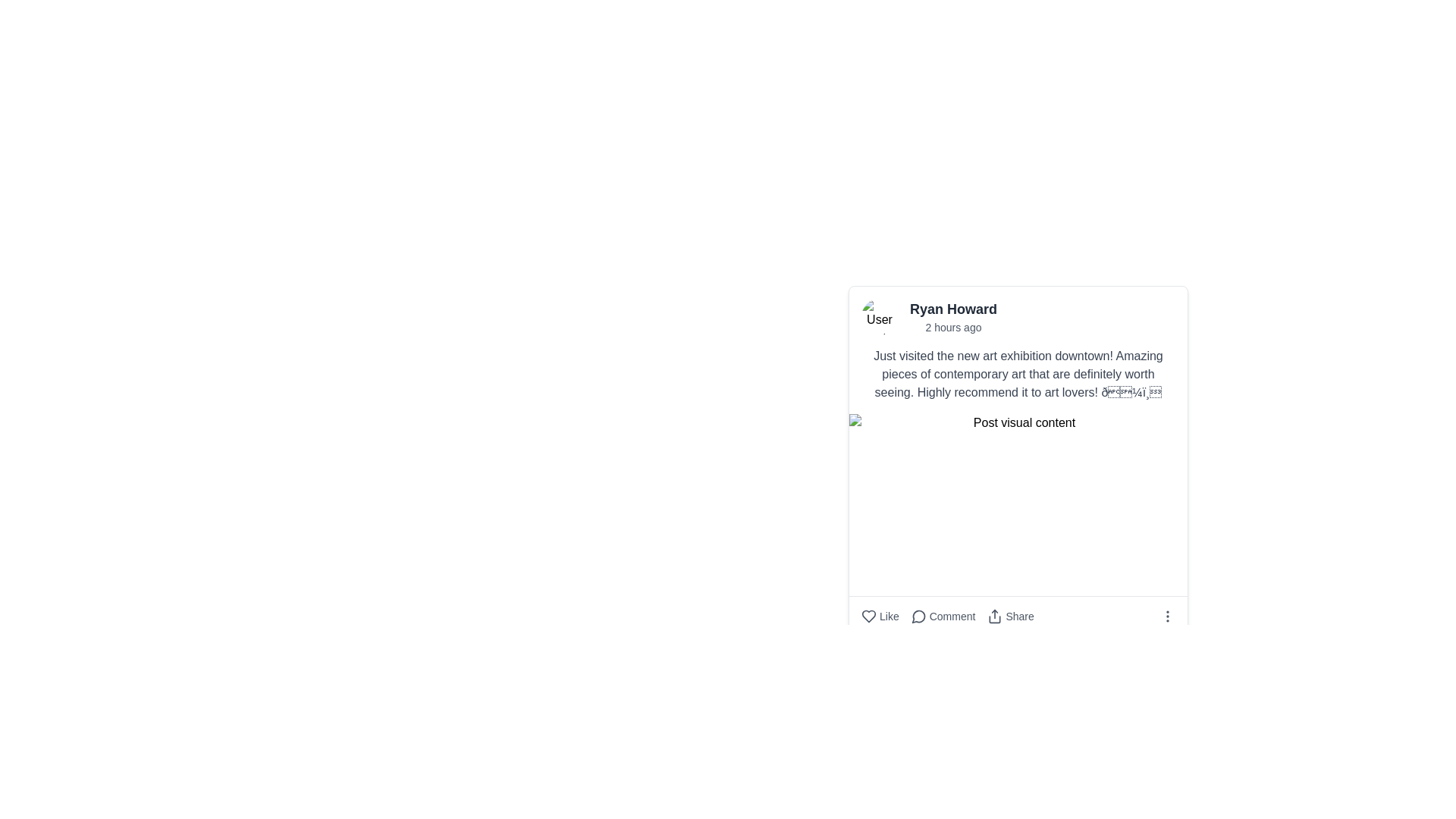  I want to click on the 'Share' button, which features a small upward-pointing arrow icon and the text 'Share', located at the bottom right of the post alongside 'Like' and 'Comment' options, so click(1011, 617).